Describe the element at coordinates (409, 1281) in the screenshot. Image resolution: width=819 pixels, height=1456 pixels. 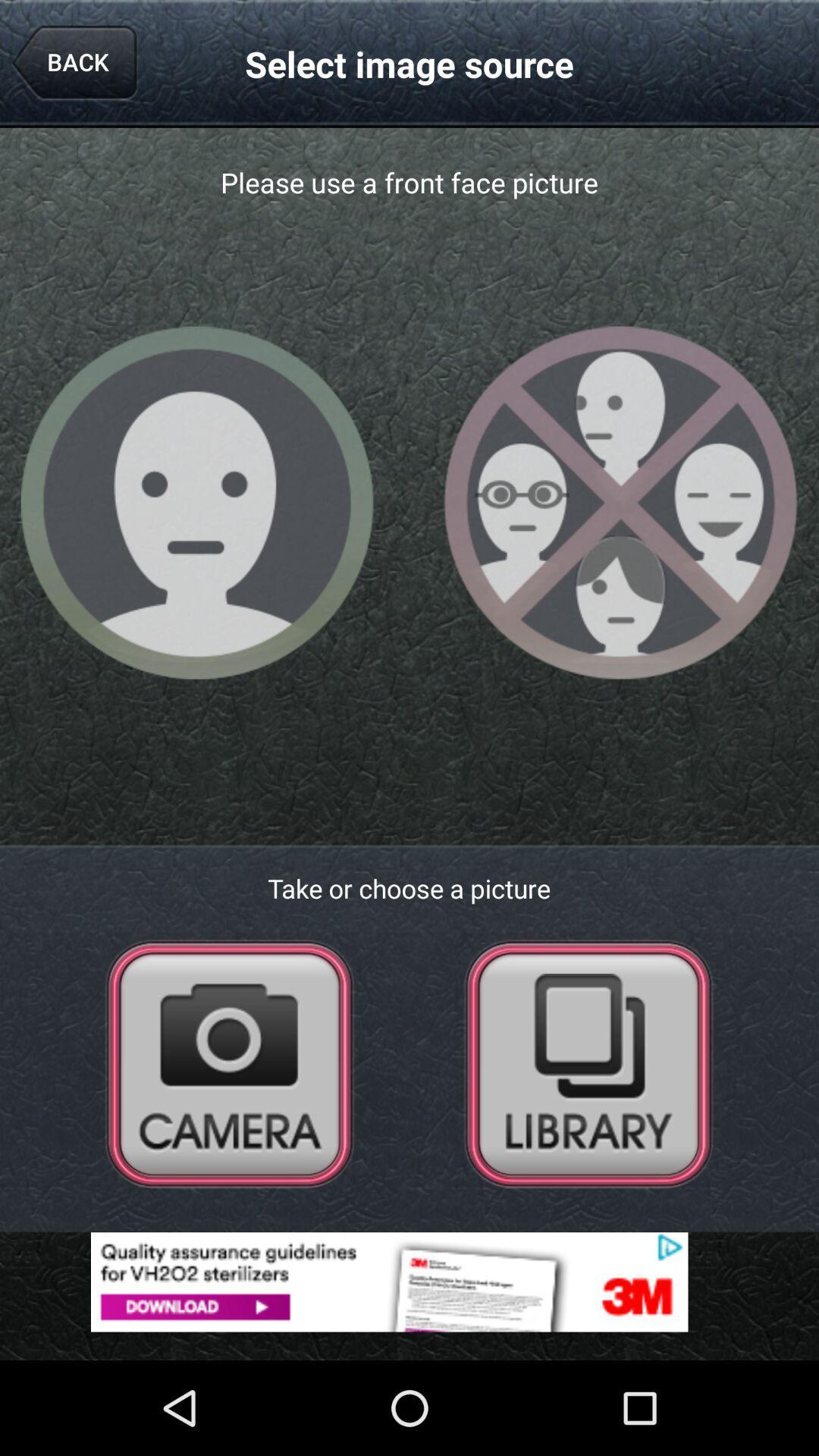
I see `learn about this product` at that location.